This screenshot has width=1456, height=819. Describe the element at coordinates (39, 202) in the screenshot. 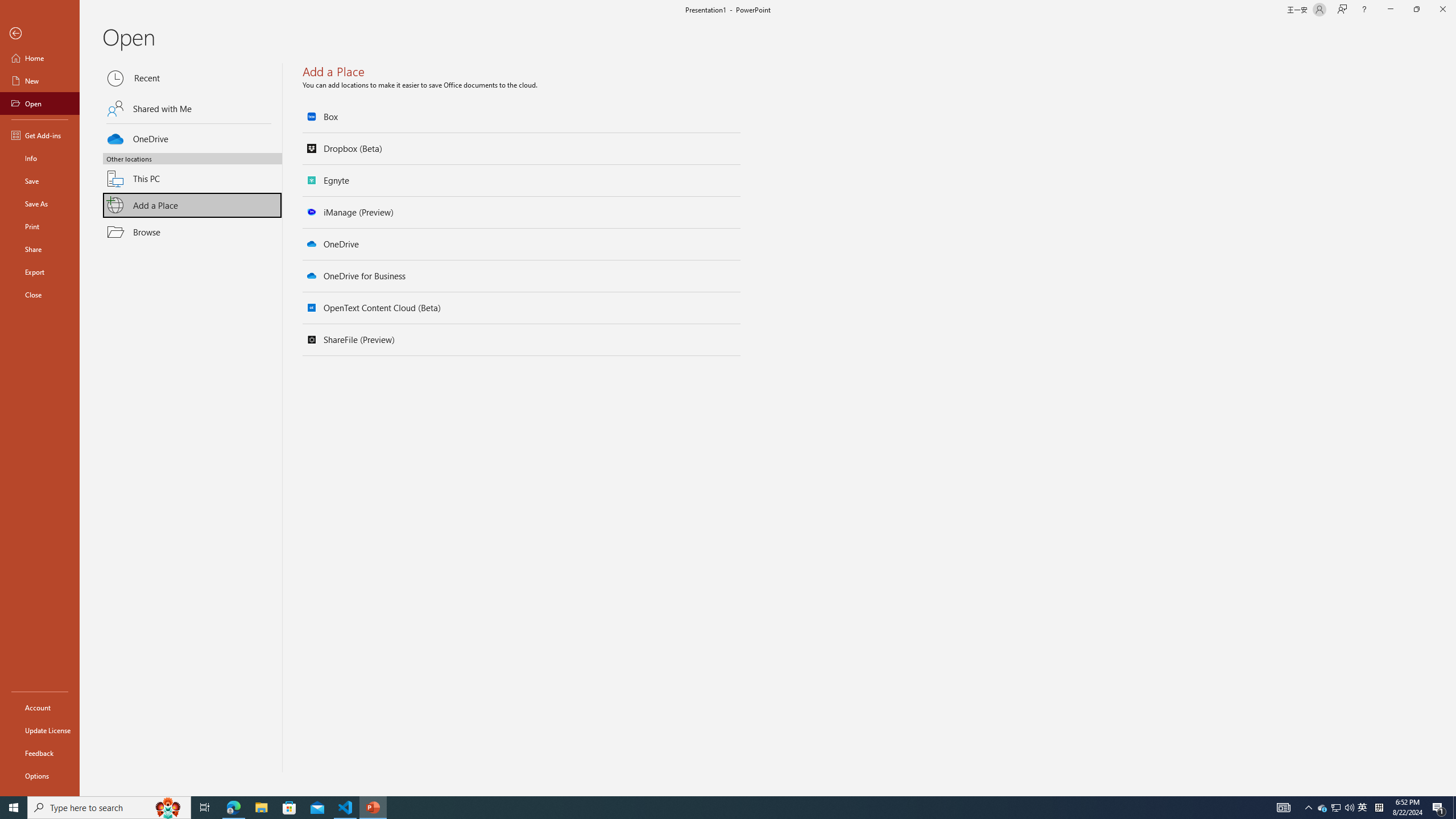

I see `'Save As'` at that location.